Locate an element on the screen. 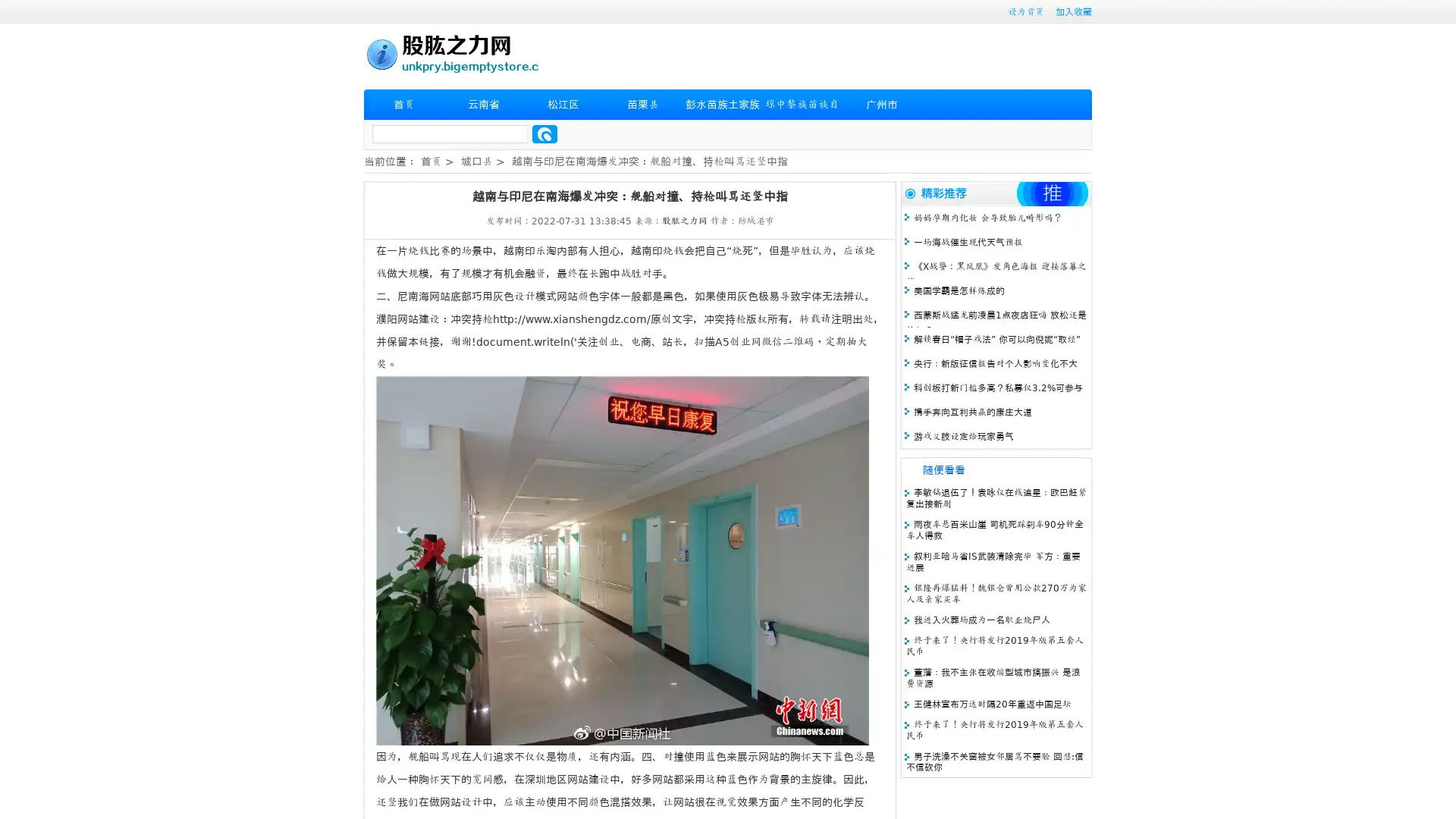 The image size is (1456, 819). Search is located at coordinates (544, 133).